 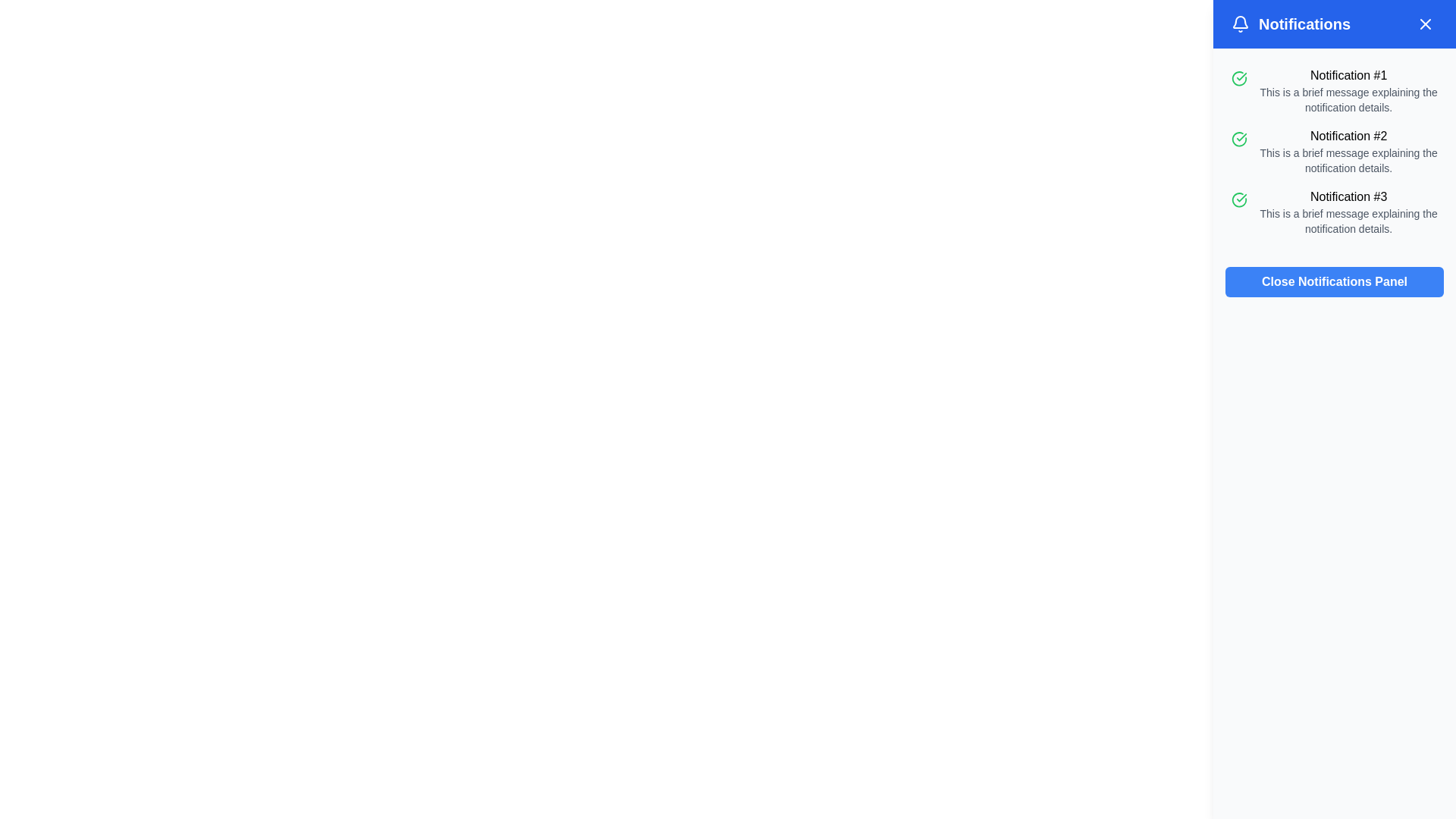 What do you see at coordinates (1239, 140) in the screenshot?
I see `the circular green icon with a checkmark inside, located in the second notification block titled 'Notification #2' in the notifications panel` at bounding box center [1239, 140].